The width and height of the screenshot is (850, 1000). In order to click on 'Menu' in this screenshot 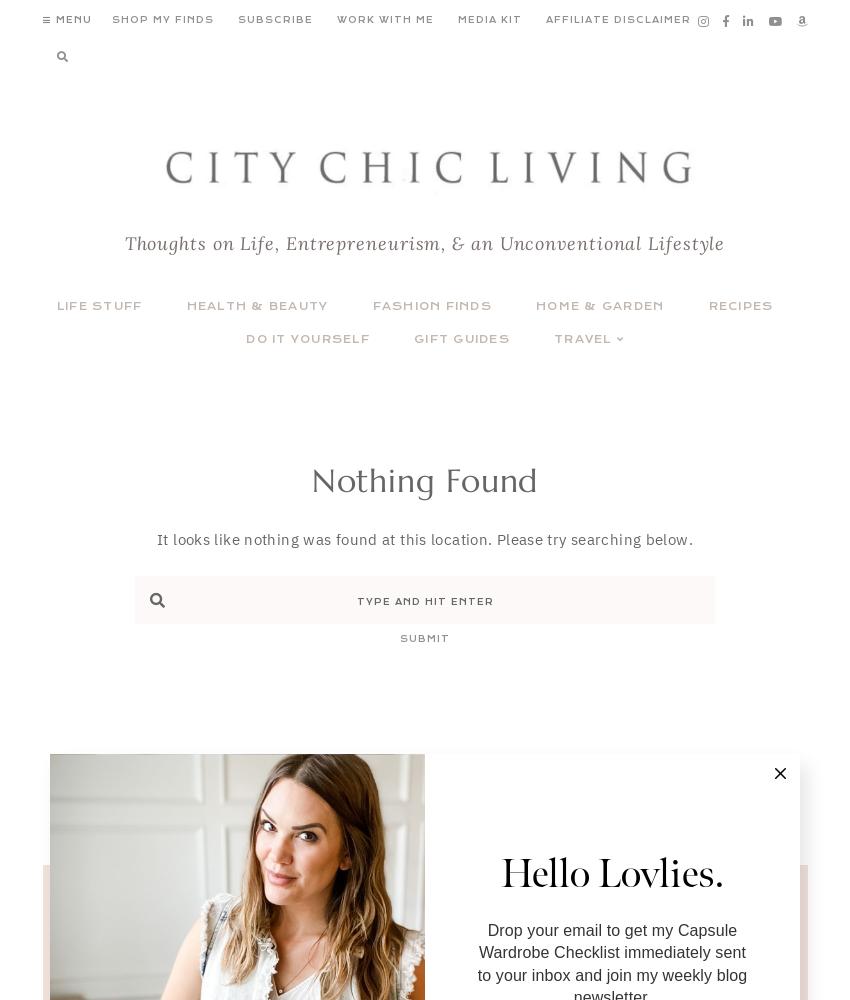, I will do `click(54, 20)`.